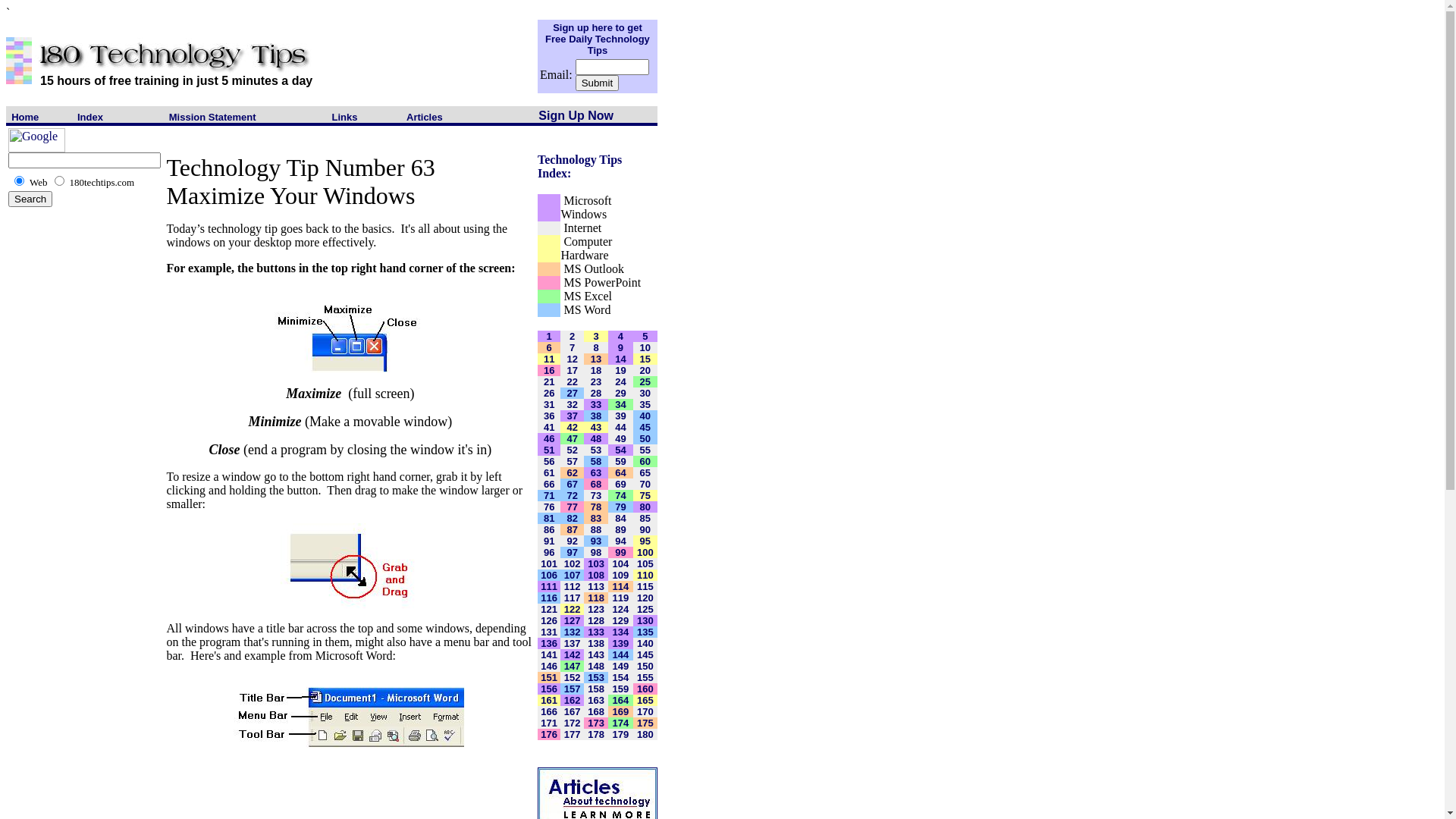  What do you see at coordinates (548, 585) in the screenshot?
I see `'111'` at bounding box center [548, 585].